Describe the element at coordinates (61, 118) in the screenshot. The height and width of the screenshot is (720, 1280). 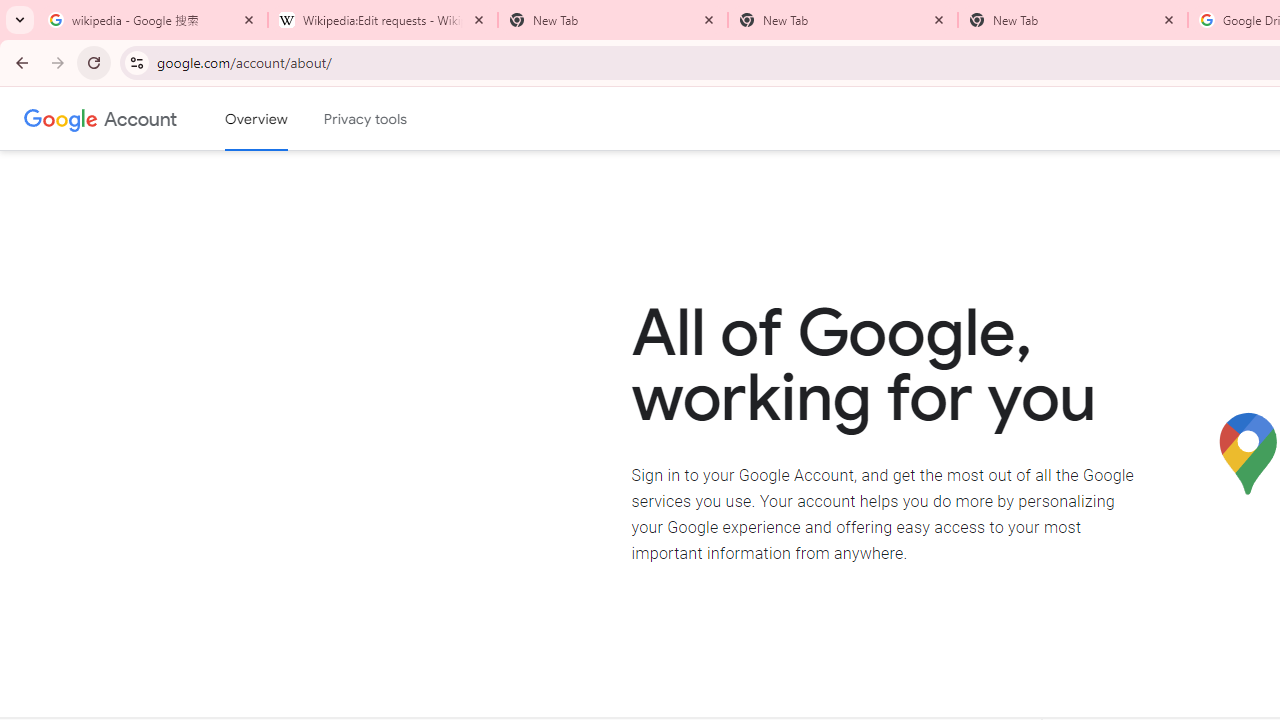
I see `'Google logo'` at that location.